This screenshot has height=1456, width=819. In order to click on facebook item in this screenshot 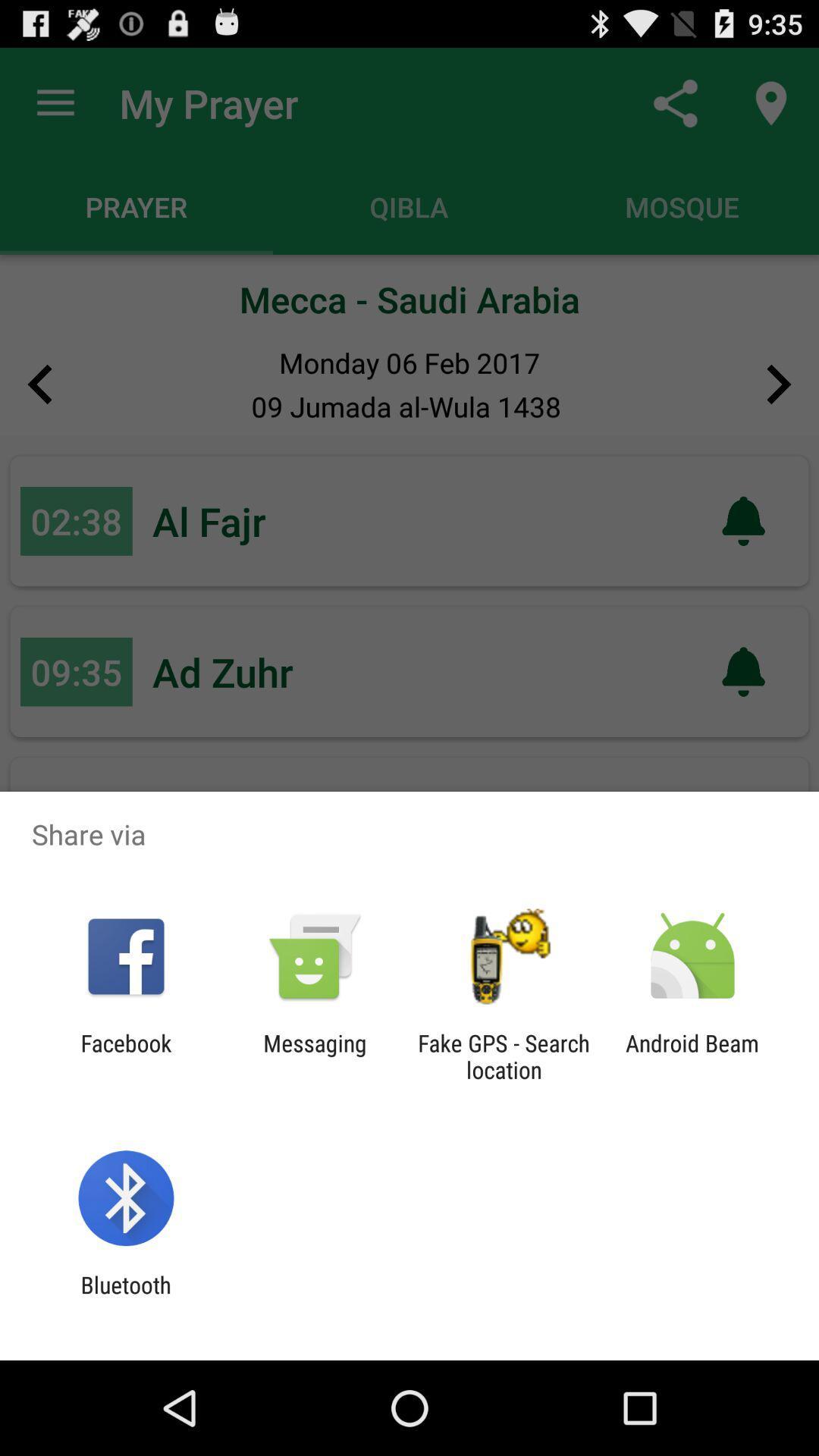, I will do `click(125, 1056)`.